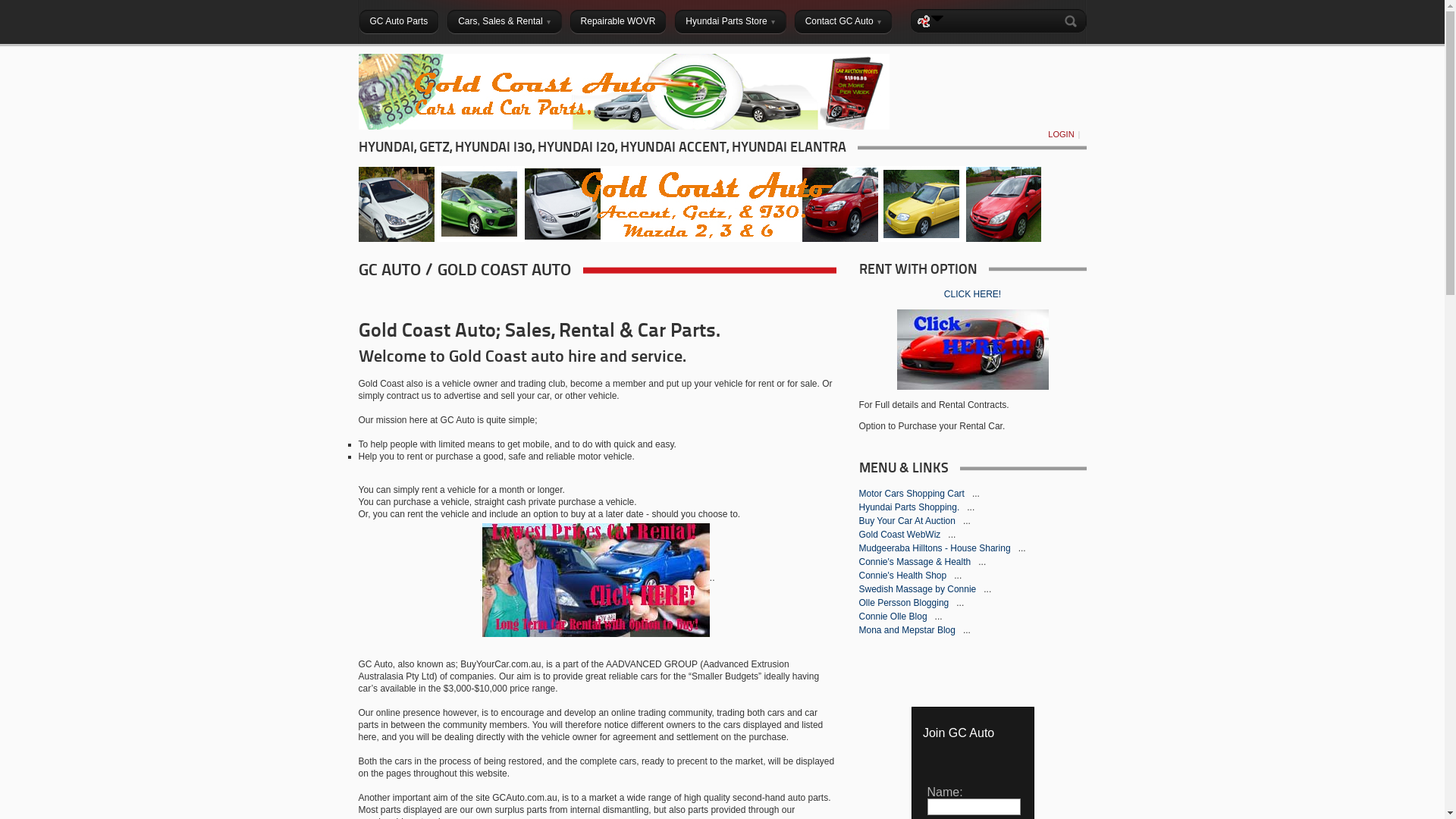  I want to click on 'Gold Coast auto and car parts', so click(356, 125).